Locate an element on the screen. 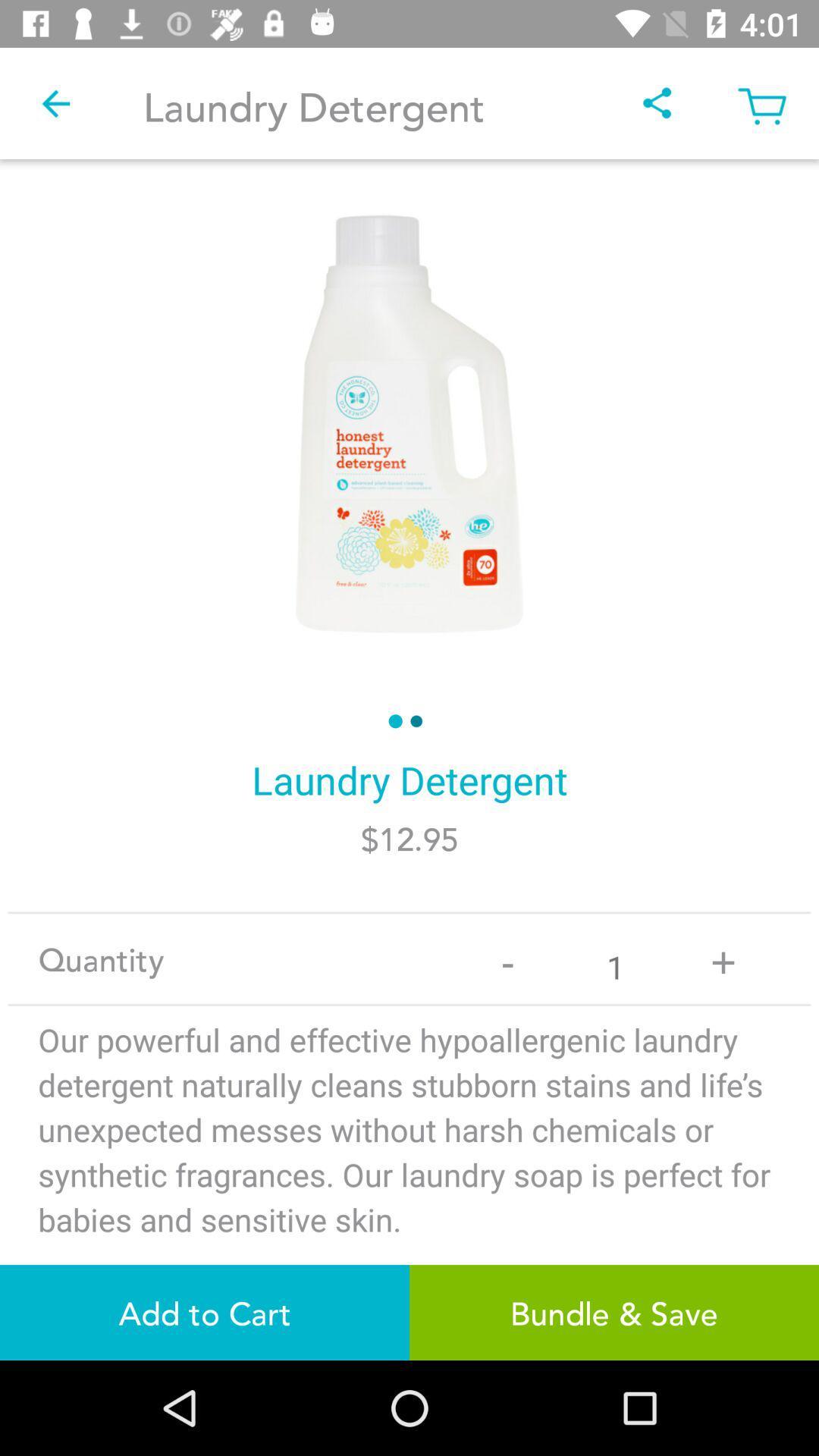 The image size is (819, 1456). icon to the right of laundry detergent icon is located at coordinates (657, 102).